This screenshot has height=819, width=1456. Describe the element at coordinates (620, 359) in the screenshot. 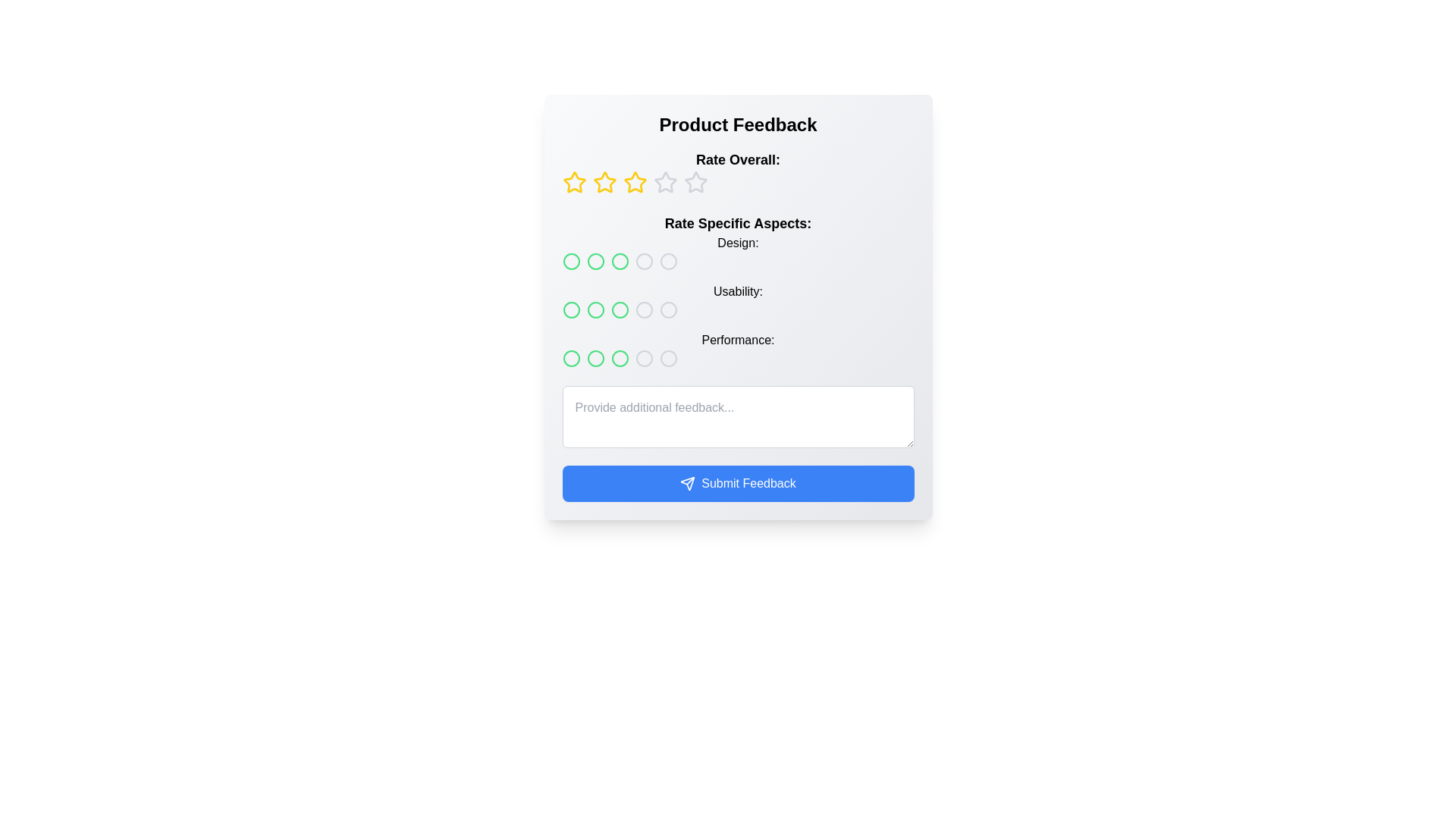

I see `the fifth radio button in the horizontal sequence` at that location.